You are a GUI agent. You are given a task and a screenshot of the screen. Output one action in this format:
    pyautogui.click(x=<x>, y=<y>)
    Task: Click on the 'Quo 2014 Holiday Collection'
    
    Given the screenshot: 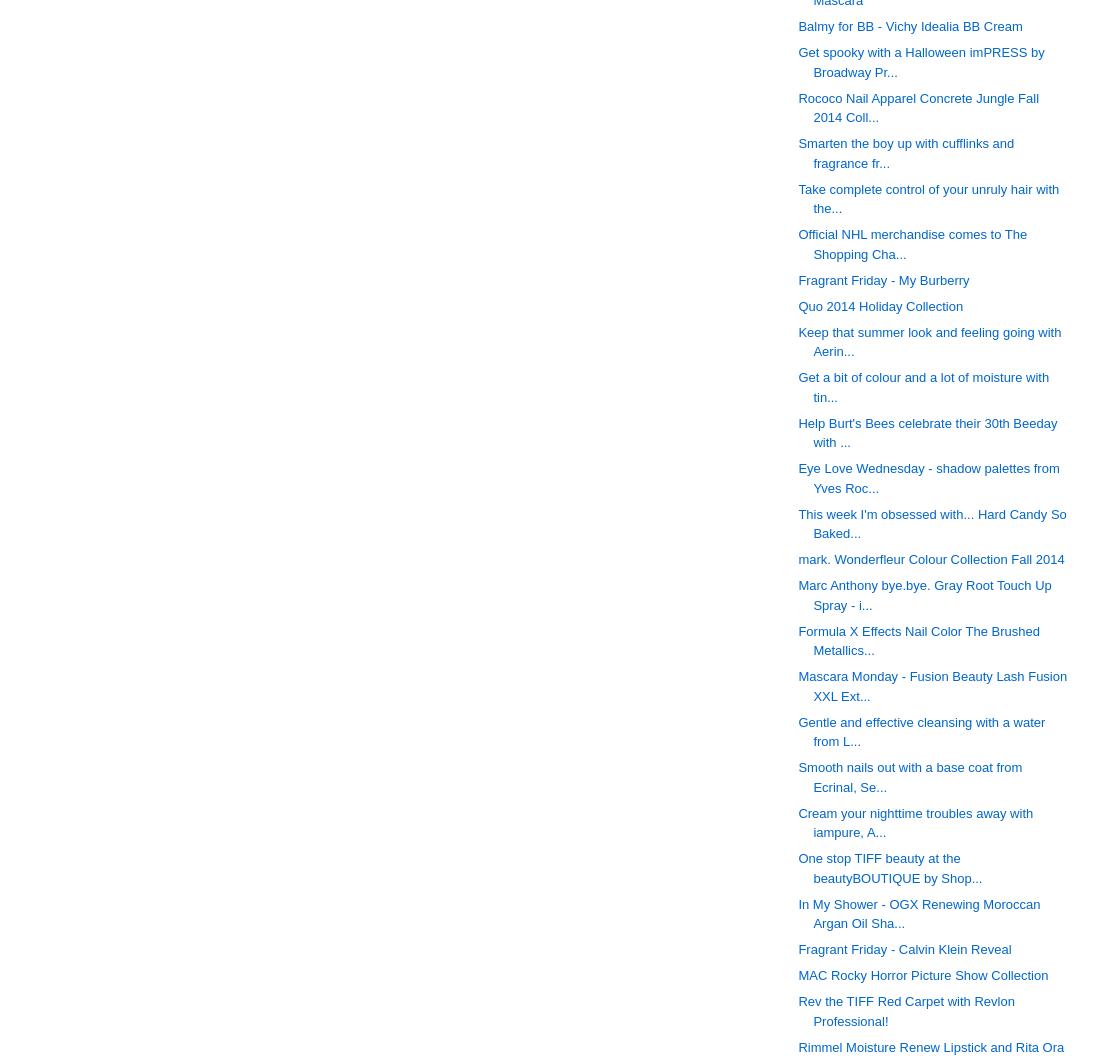 What is the action you would take?
    pyautogui.click(x=879, y=305)
    